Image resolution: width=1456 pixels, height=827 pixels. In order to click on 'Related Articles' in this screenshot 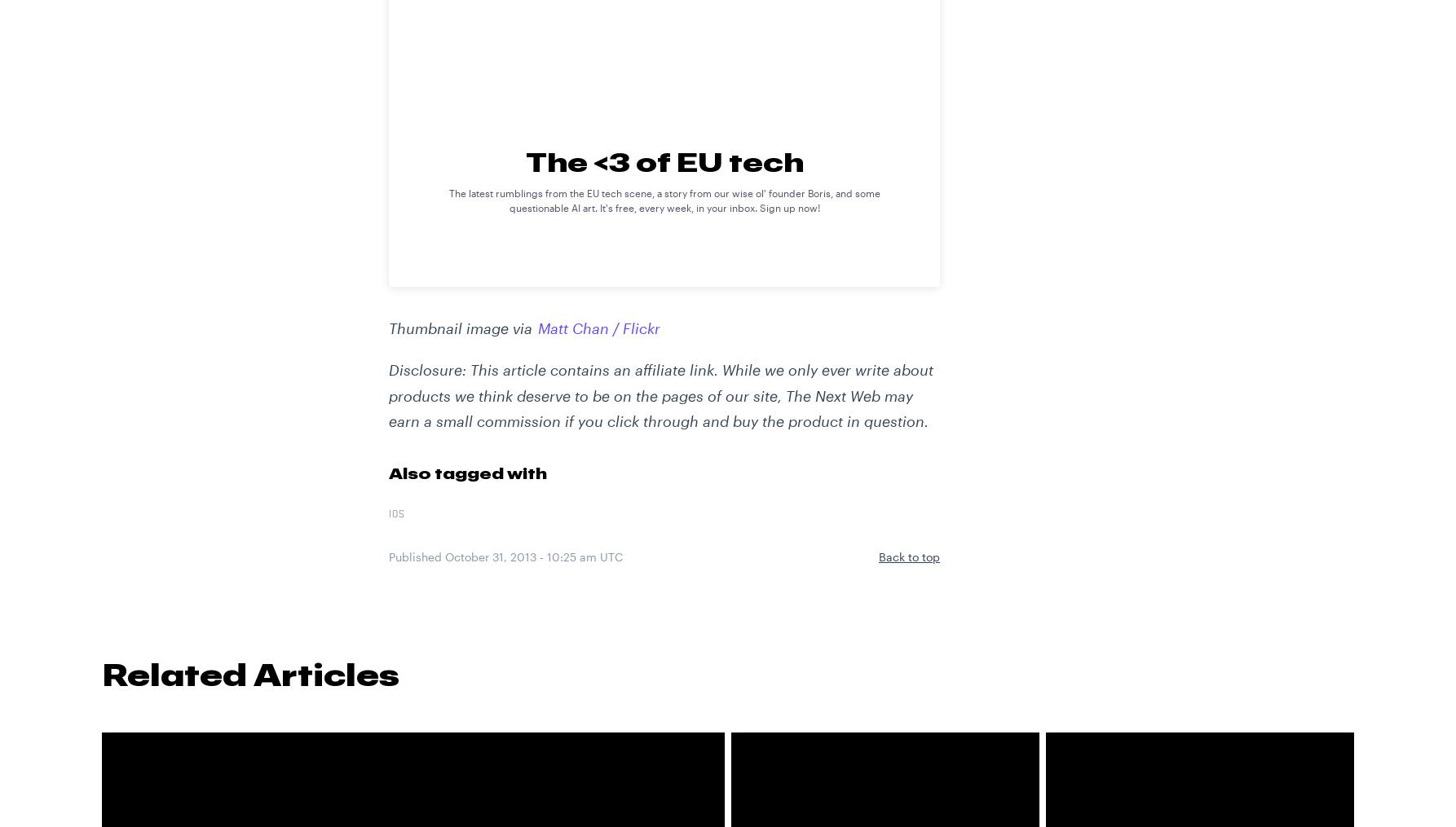, I will do `click(102, 674)`.